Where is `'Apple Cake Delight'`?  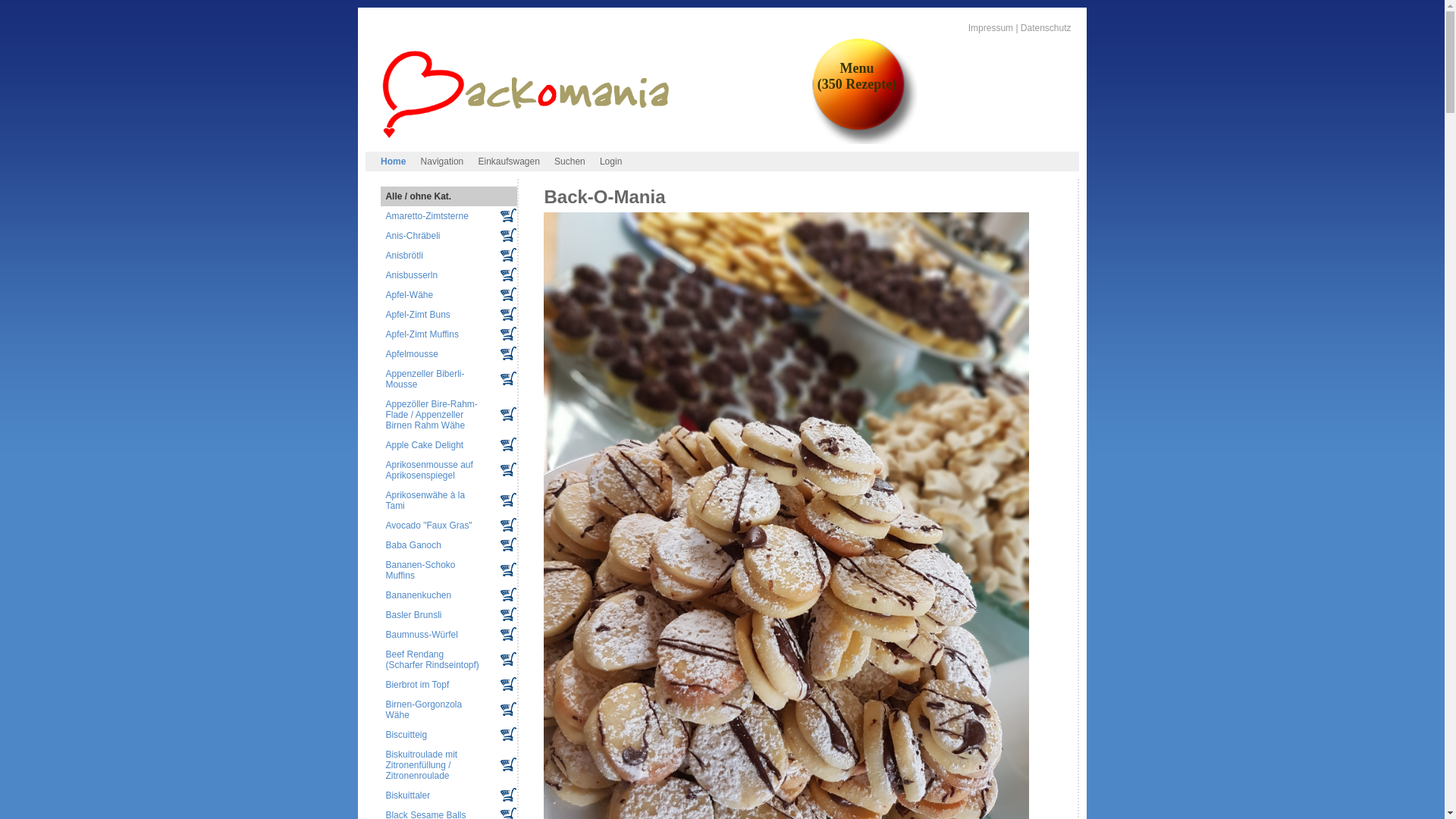
'Apple Cake Delight' is located at coordinates (385, 444).